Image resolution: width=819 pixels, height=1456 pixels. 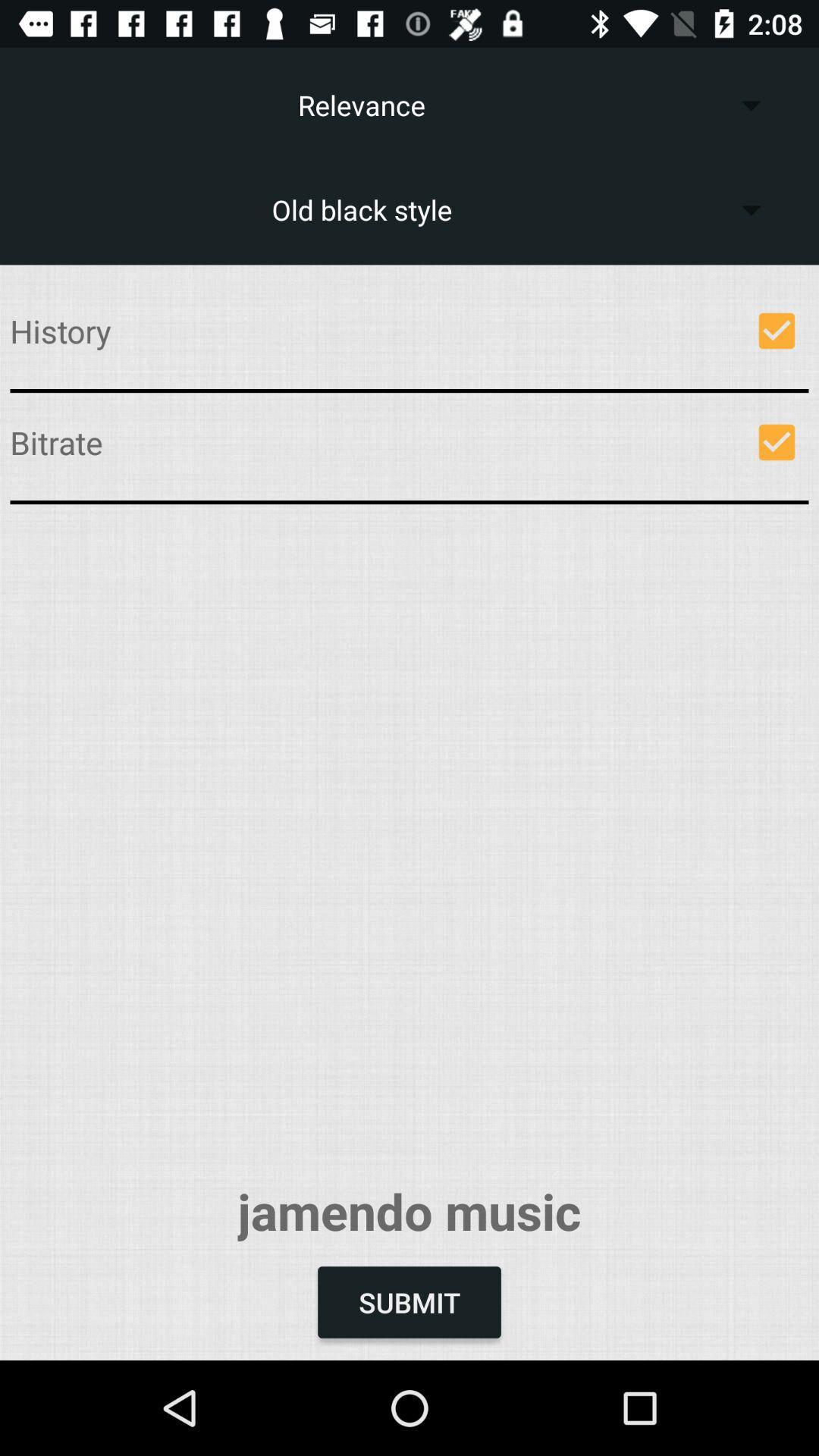 What do you see at coordinates (777, 330) in the screenshot?
I see `selected for do` at bounding box center [777, 330].